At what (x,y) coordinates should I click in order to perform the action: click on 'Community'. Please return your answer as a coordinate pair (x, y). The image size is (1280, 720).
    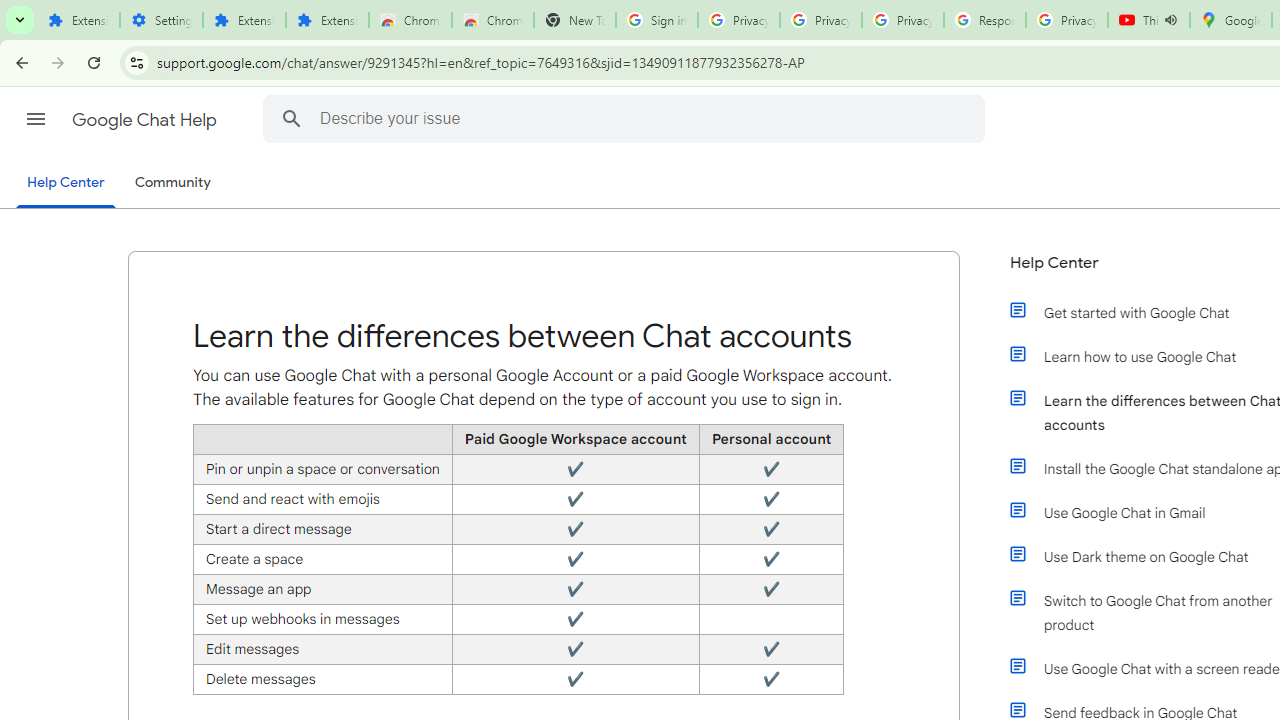
    Looking at the image, I should click on (172, 183).